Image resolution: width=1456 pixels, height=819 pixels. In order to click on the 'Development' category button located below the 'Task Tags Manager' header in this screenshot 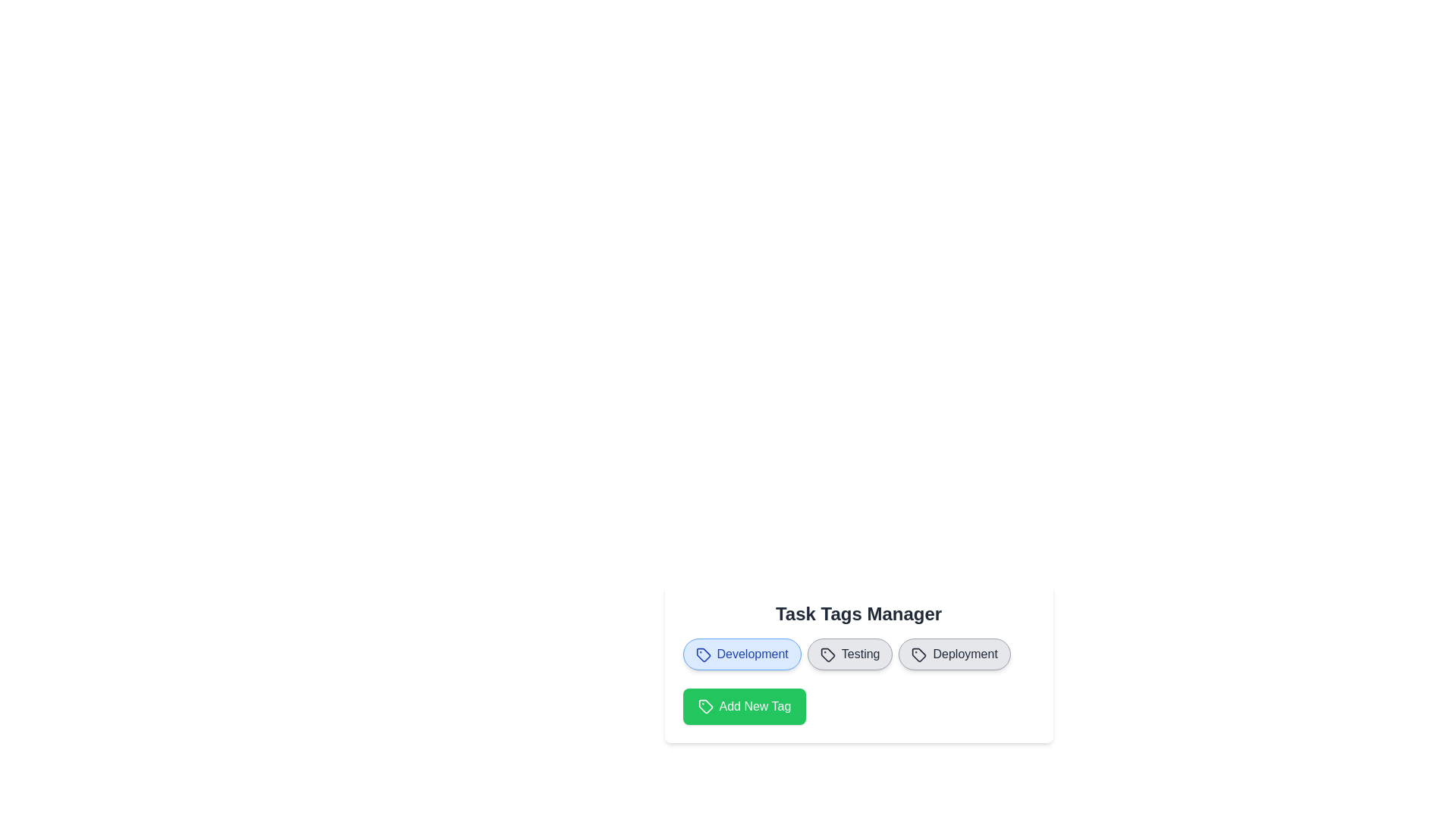, I will do `click(742, 654)`.